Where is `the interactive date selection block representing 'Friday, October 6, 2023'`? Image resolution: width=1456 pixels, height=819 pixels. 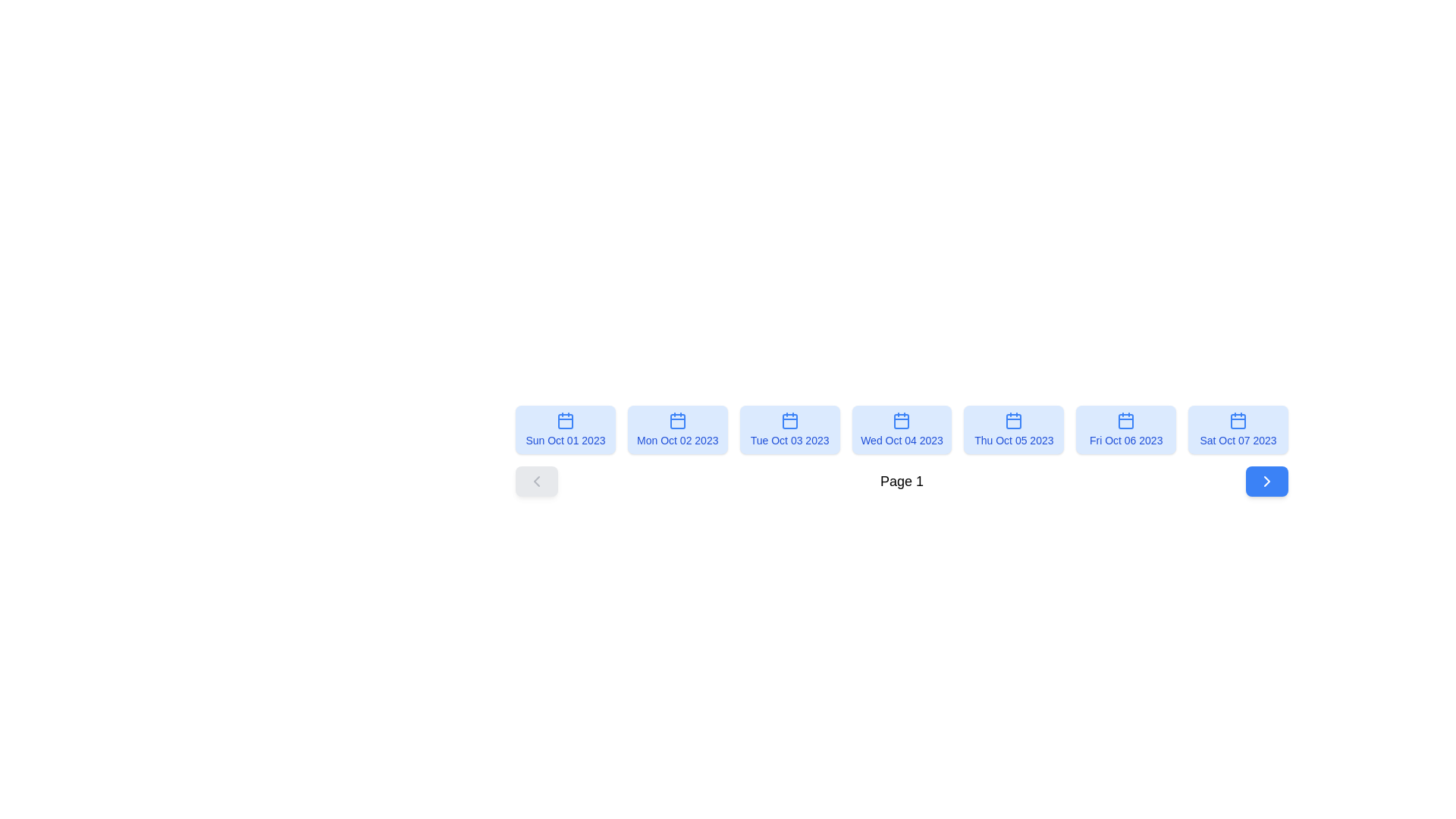 the interactive date selection block representing 'Friday, October 6, 2023' is located at coordinates (1126, 430).